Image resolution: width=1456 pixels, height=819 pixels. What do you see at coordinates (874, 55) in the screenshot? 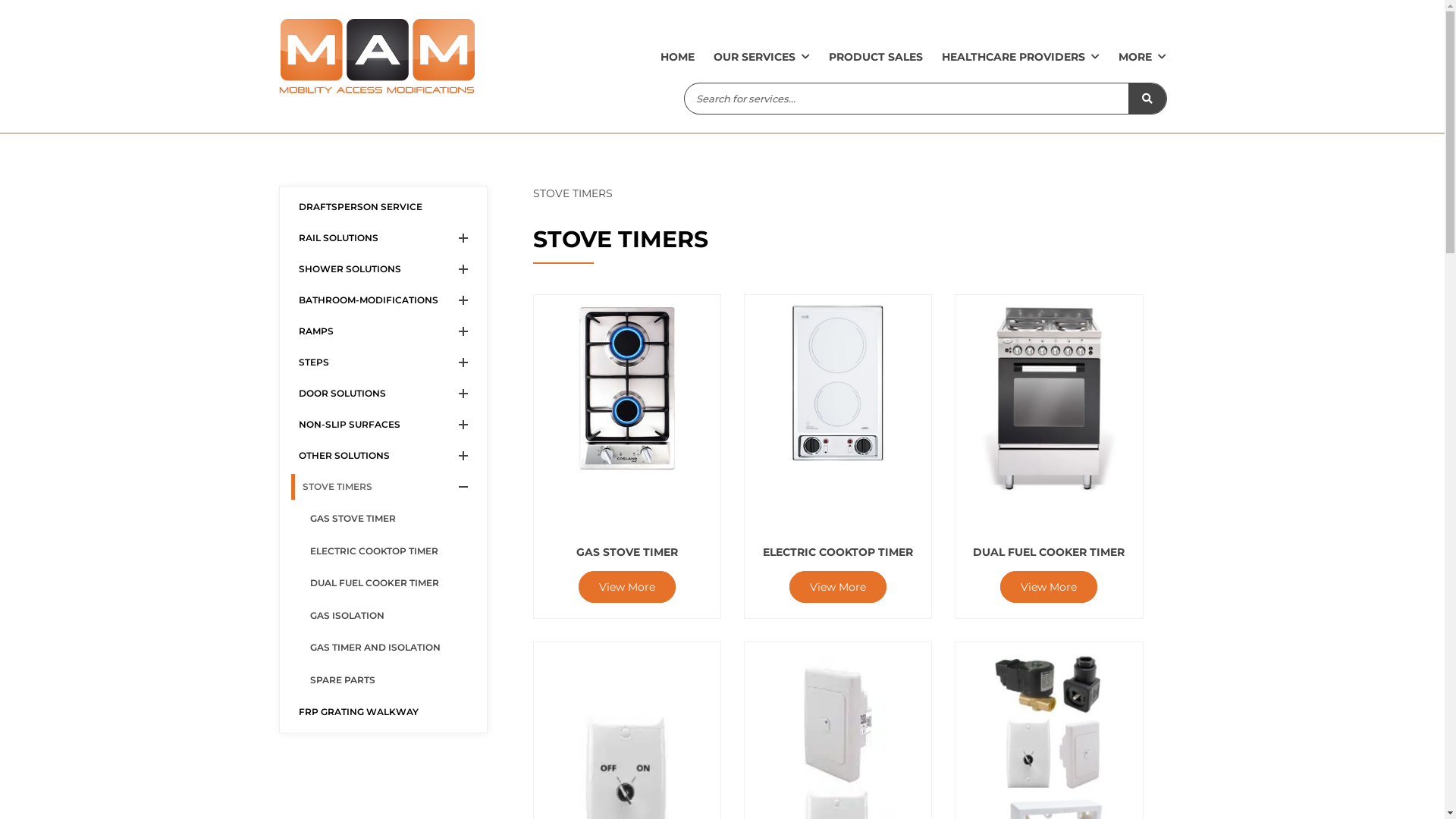
I see `'PRODUCT SALES'` at bounding box center [874, 55].